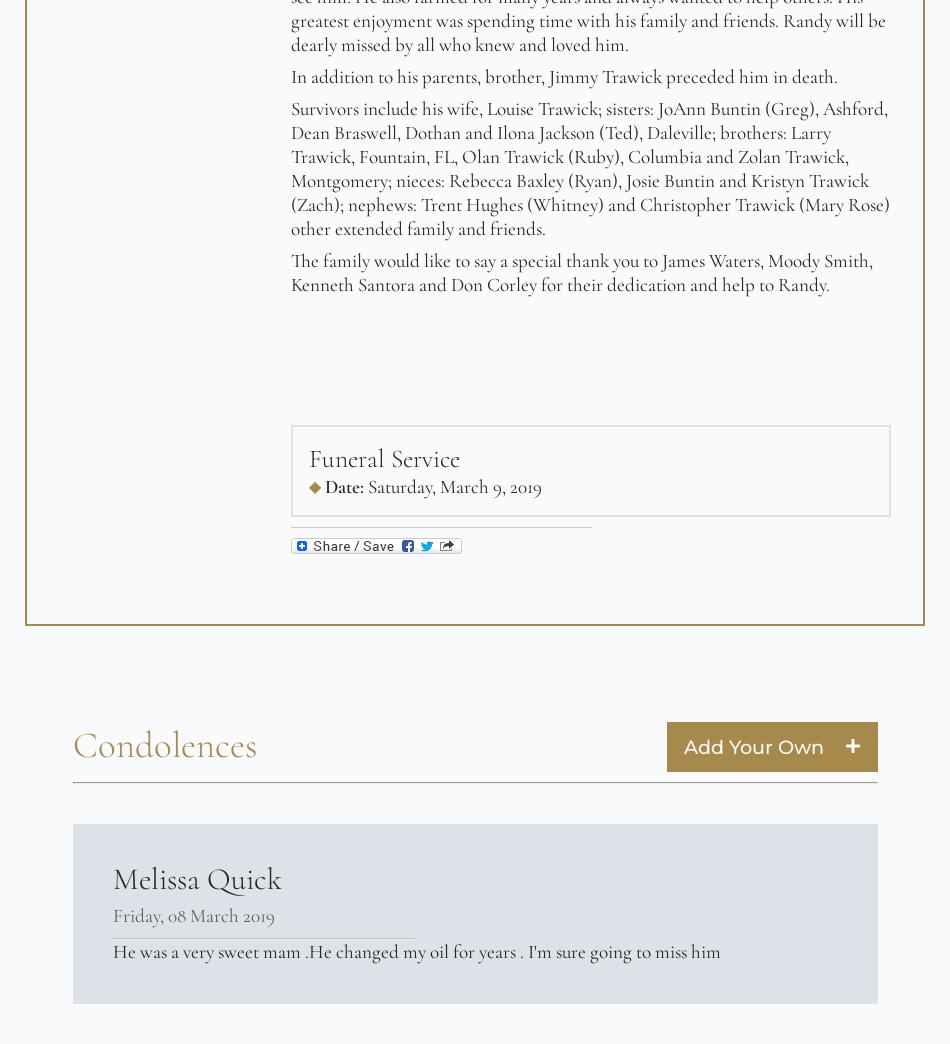 This screenshot has width=950, height=1044. Describe the element at coordinates (289, 272) in the screenshot. I see `'The family would like to say a special thank you to James Waters, Moody Smith, Kenneth Santora and Don Corley for their dedication and help to Randy.'` at that location.